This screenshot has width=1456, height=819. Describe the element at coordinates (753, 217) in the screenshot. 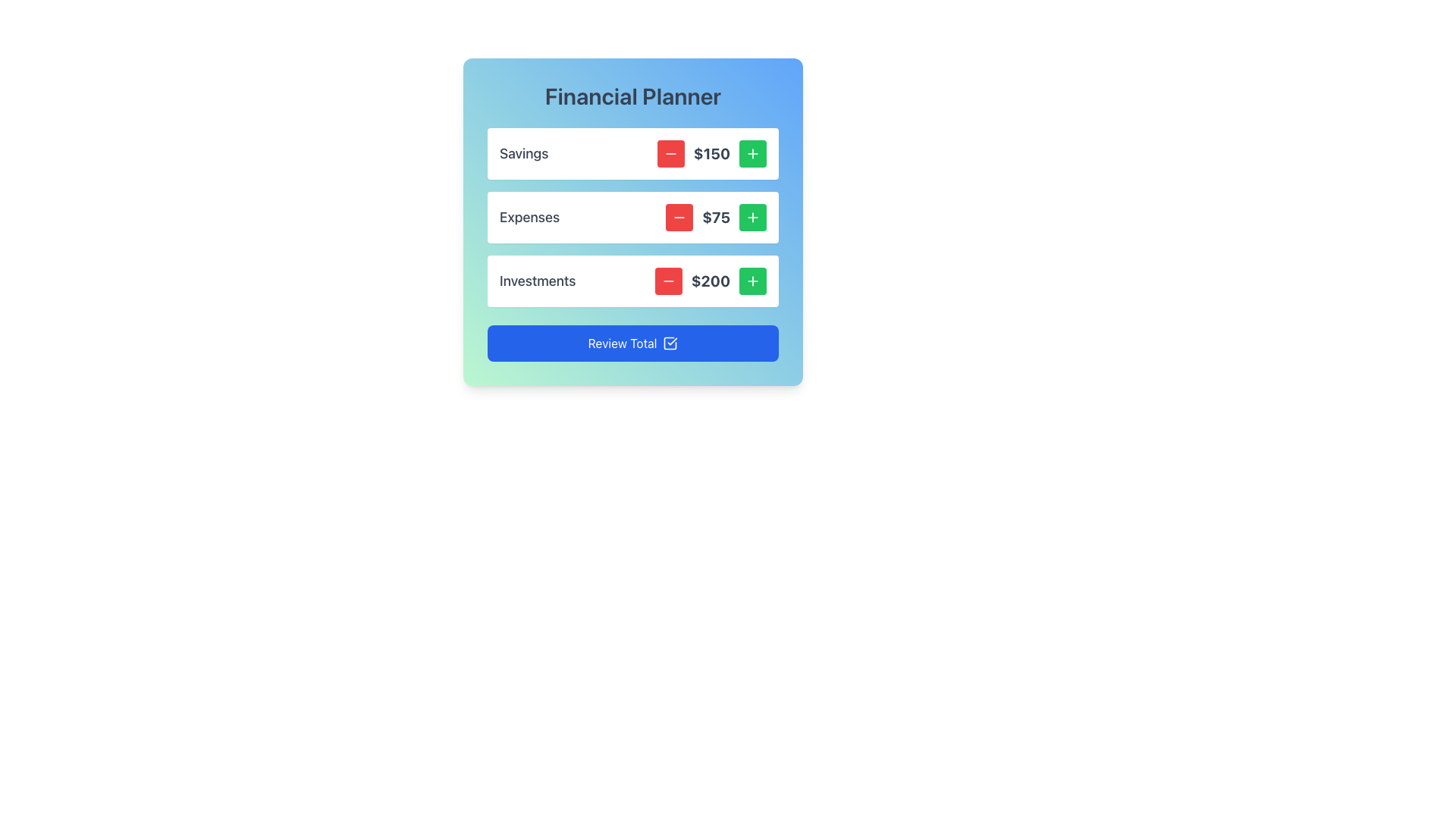

I see `the small green button with a white plus icon located next to the text '$75' in the second row under the 'Expenses' category` at that location.